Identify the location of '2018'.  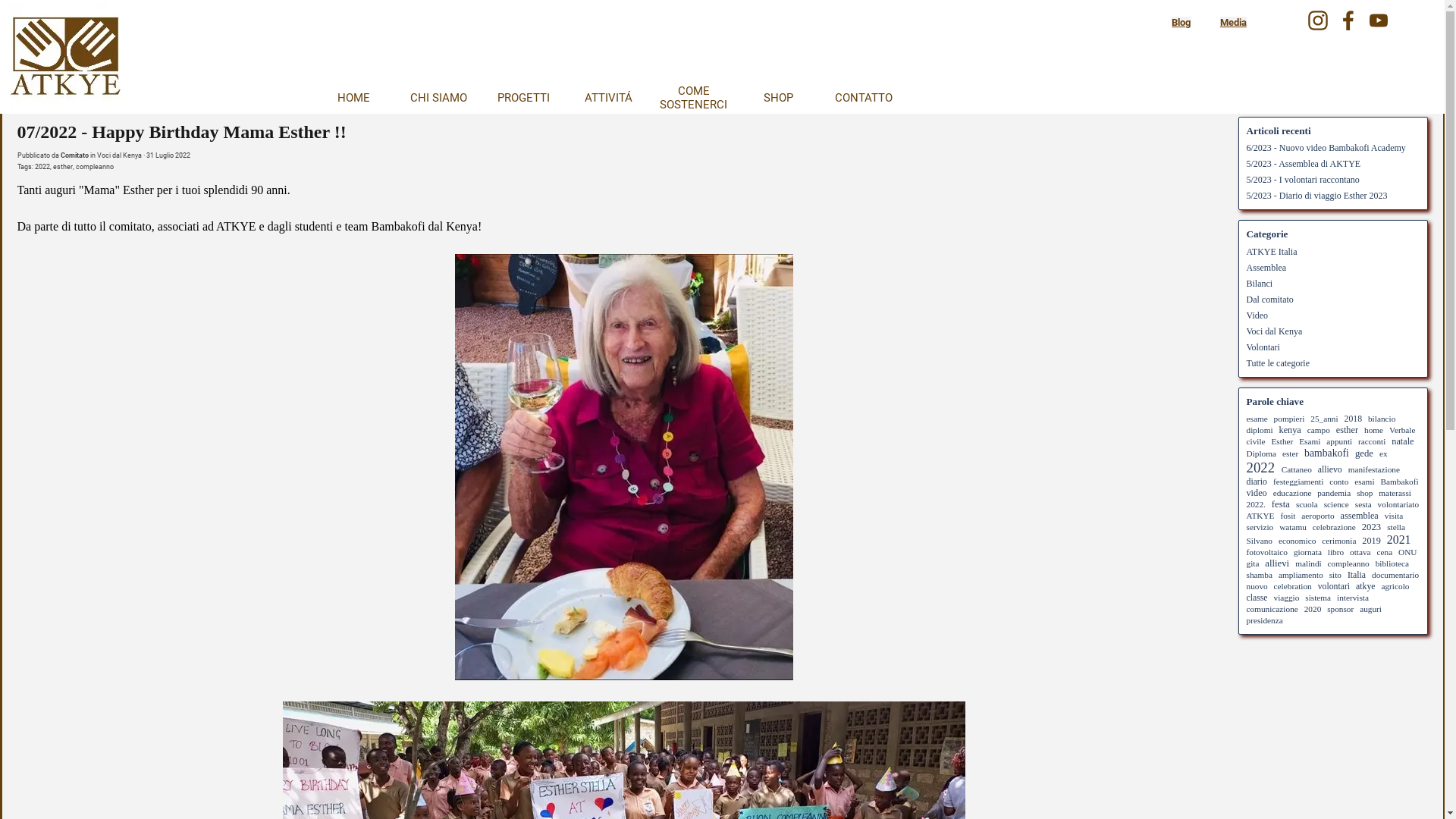
(1353, 419).